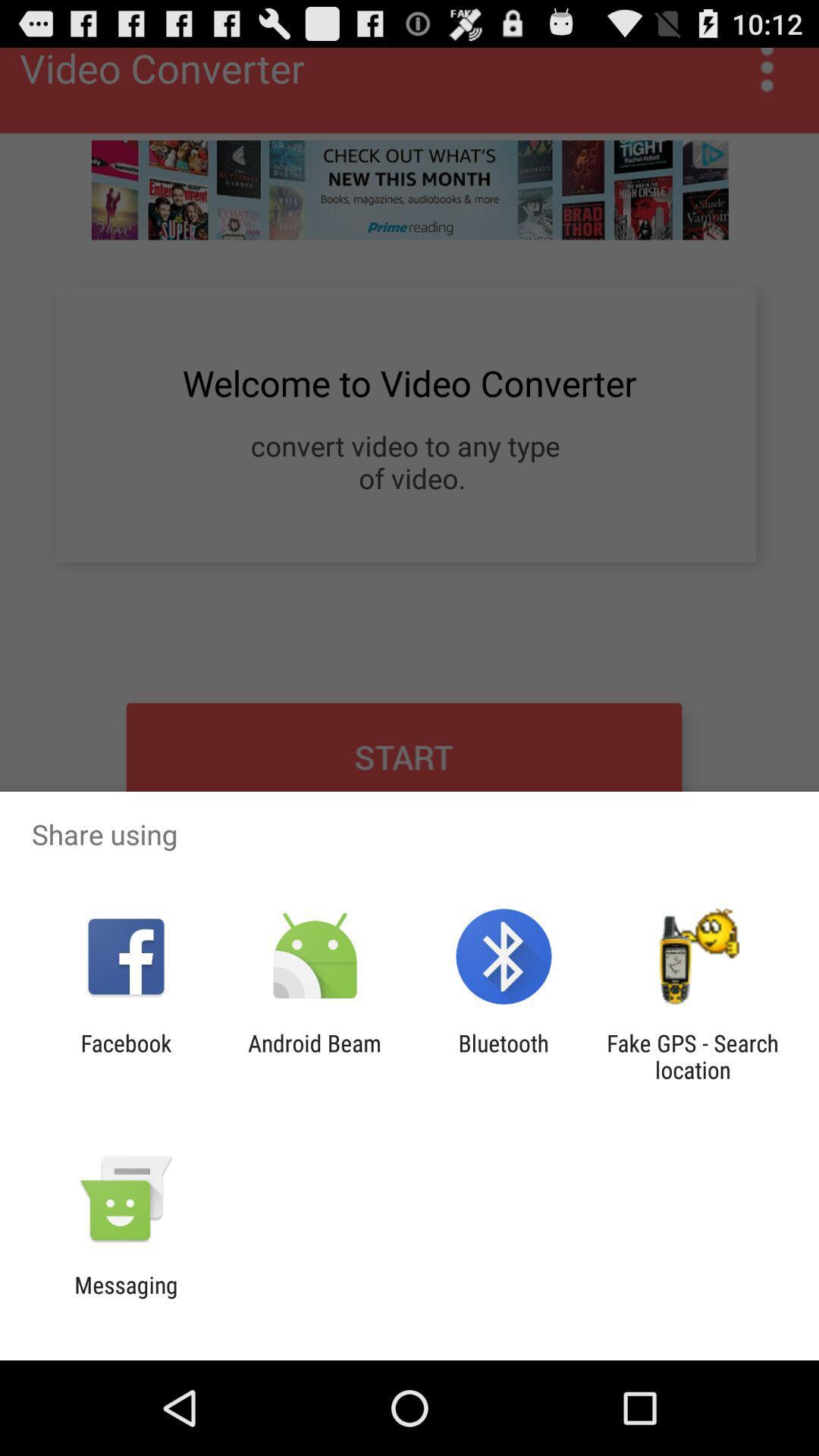  I want to click on the icon to the left of android beam, so click(125, 1056).